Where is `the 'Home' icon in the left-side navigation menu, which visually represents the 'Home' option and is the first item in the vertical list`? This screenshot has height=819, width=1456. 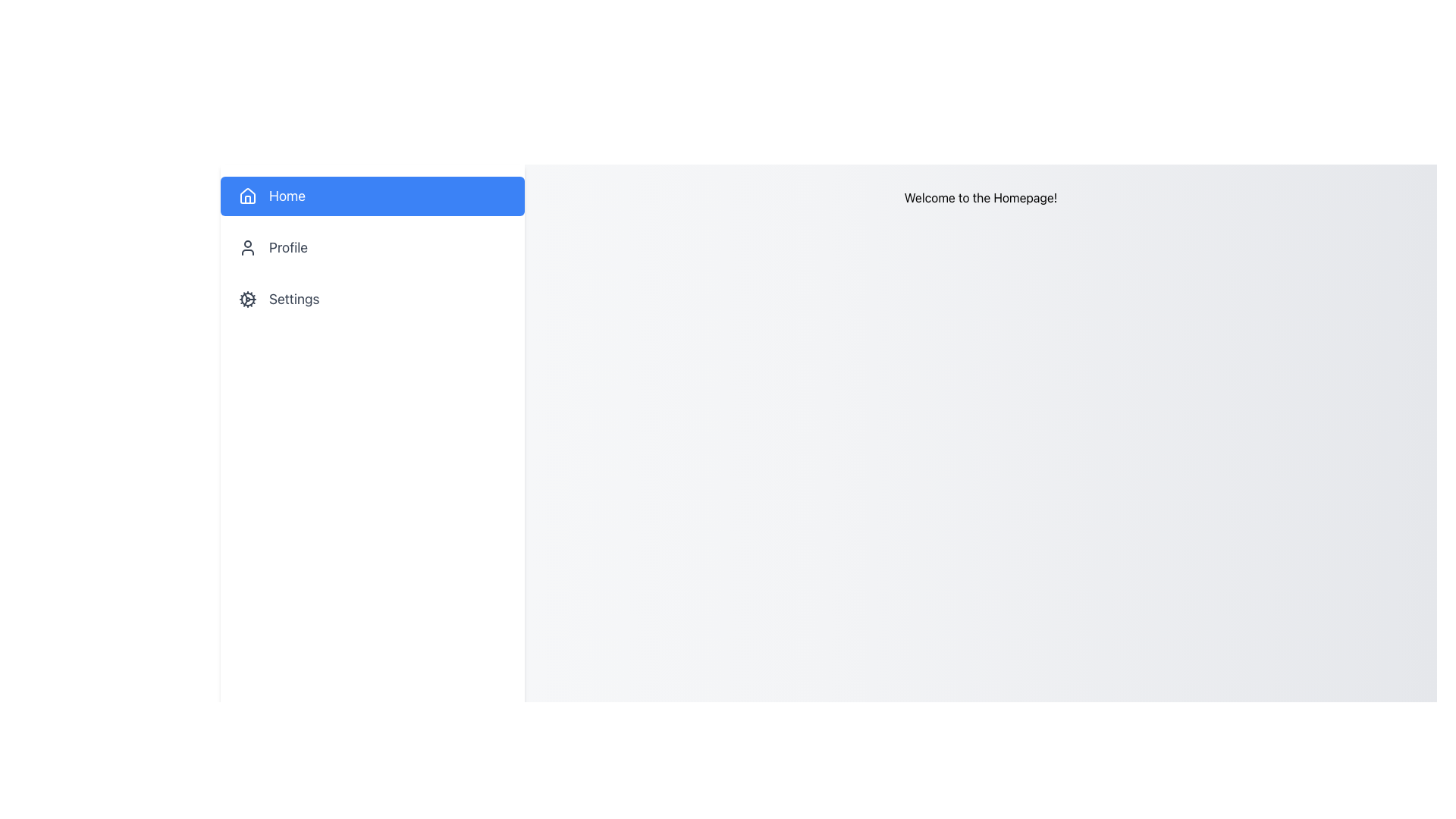
the 'Home' icon in the left-side navigation menu, which visually represents the 'Home' option and is the first item in the vertical list is located at coordinates (247, 195).